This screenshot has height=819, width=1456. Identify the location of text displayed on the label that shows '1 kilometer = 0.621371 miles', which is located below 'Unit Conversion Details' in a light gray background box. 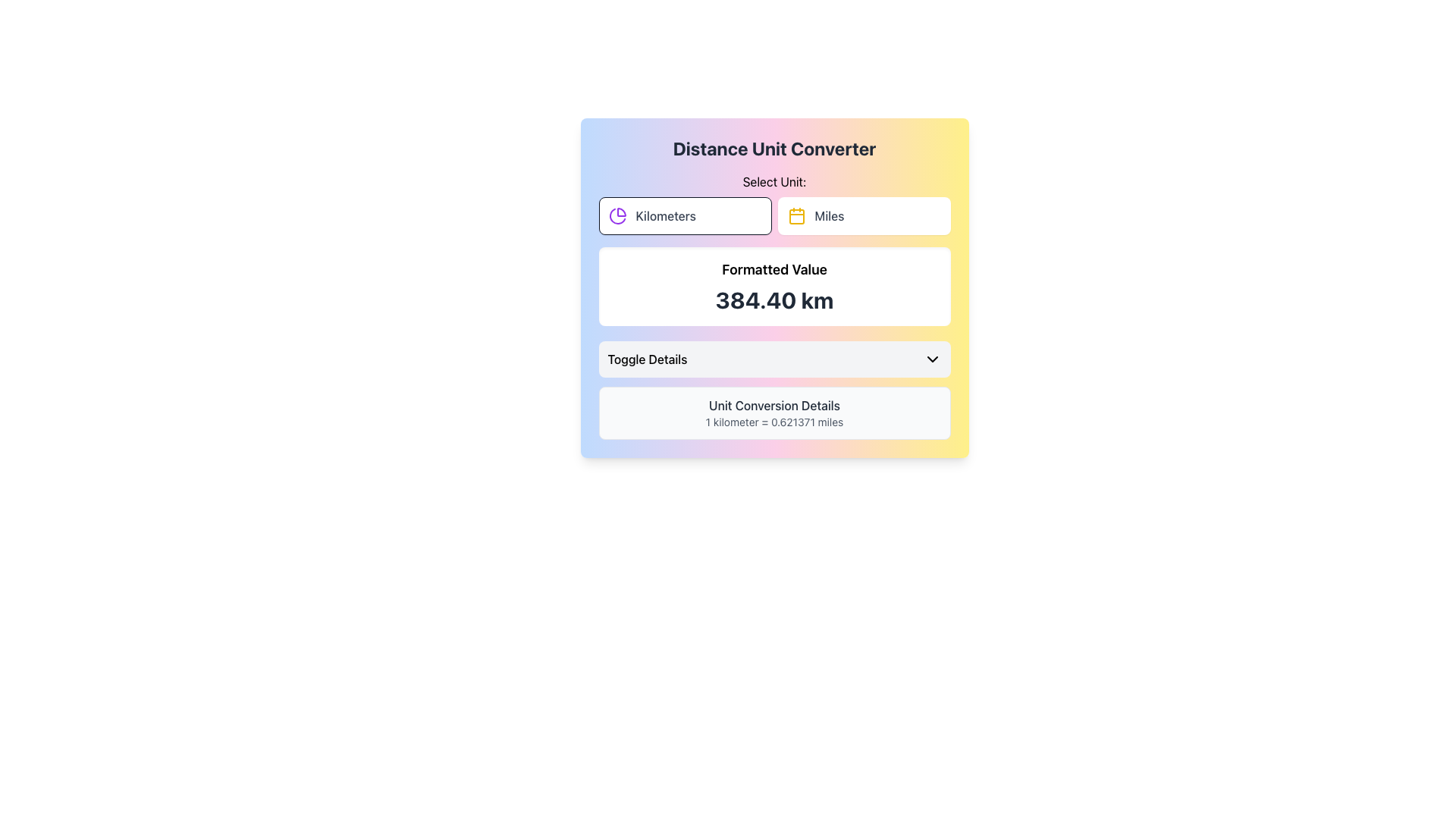
(774, 422).